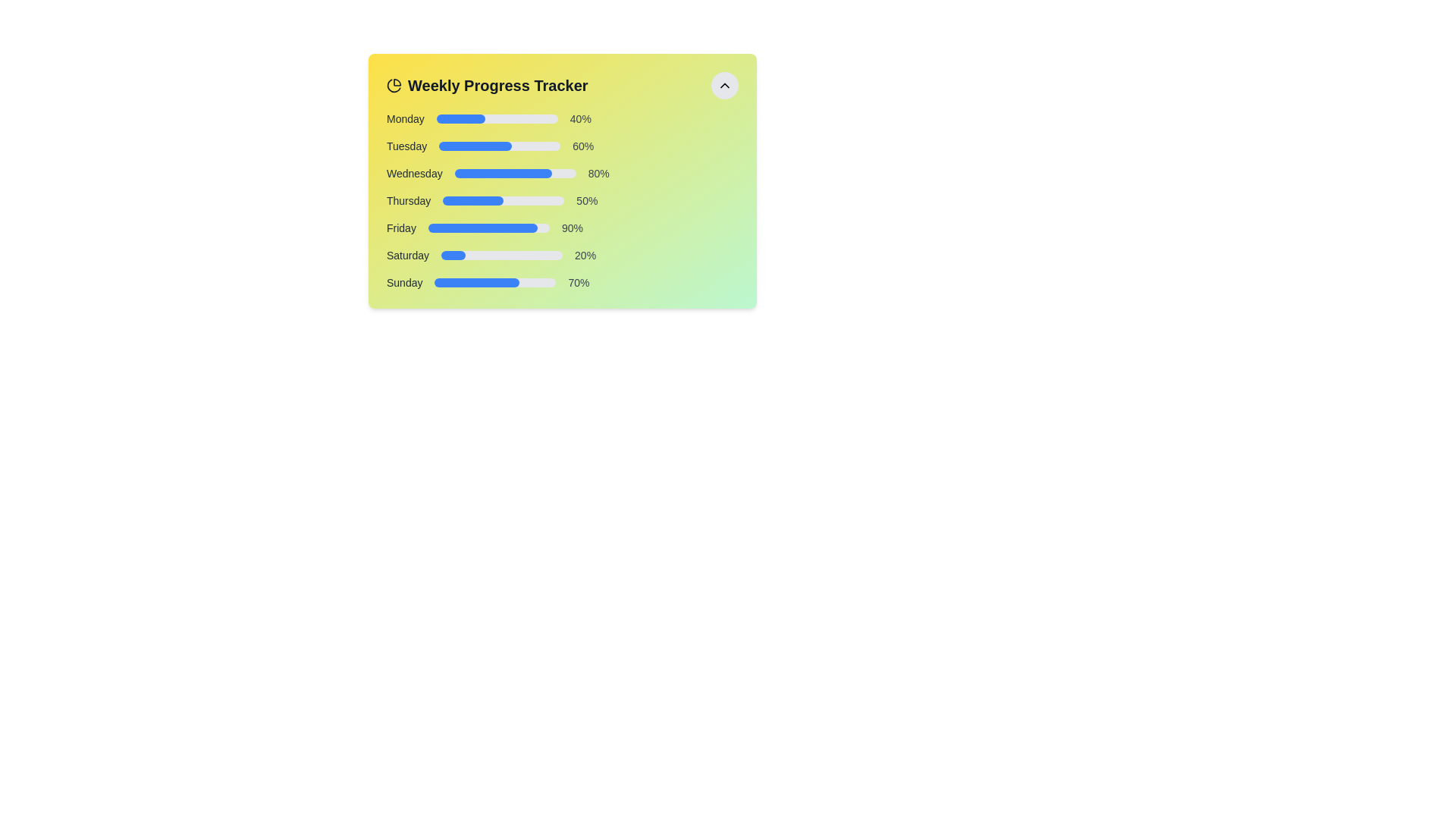  Describe the element at coordinates (562, 118) in the screenshot. I see `progress percentage from the first progress bar component in the vertical list within the 'Weekly Progress Tracker' card, which shows a 40% completion for Monday` at that location.